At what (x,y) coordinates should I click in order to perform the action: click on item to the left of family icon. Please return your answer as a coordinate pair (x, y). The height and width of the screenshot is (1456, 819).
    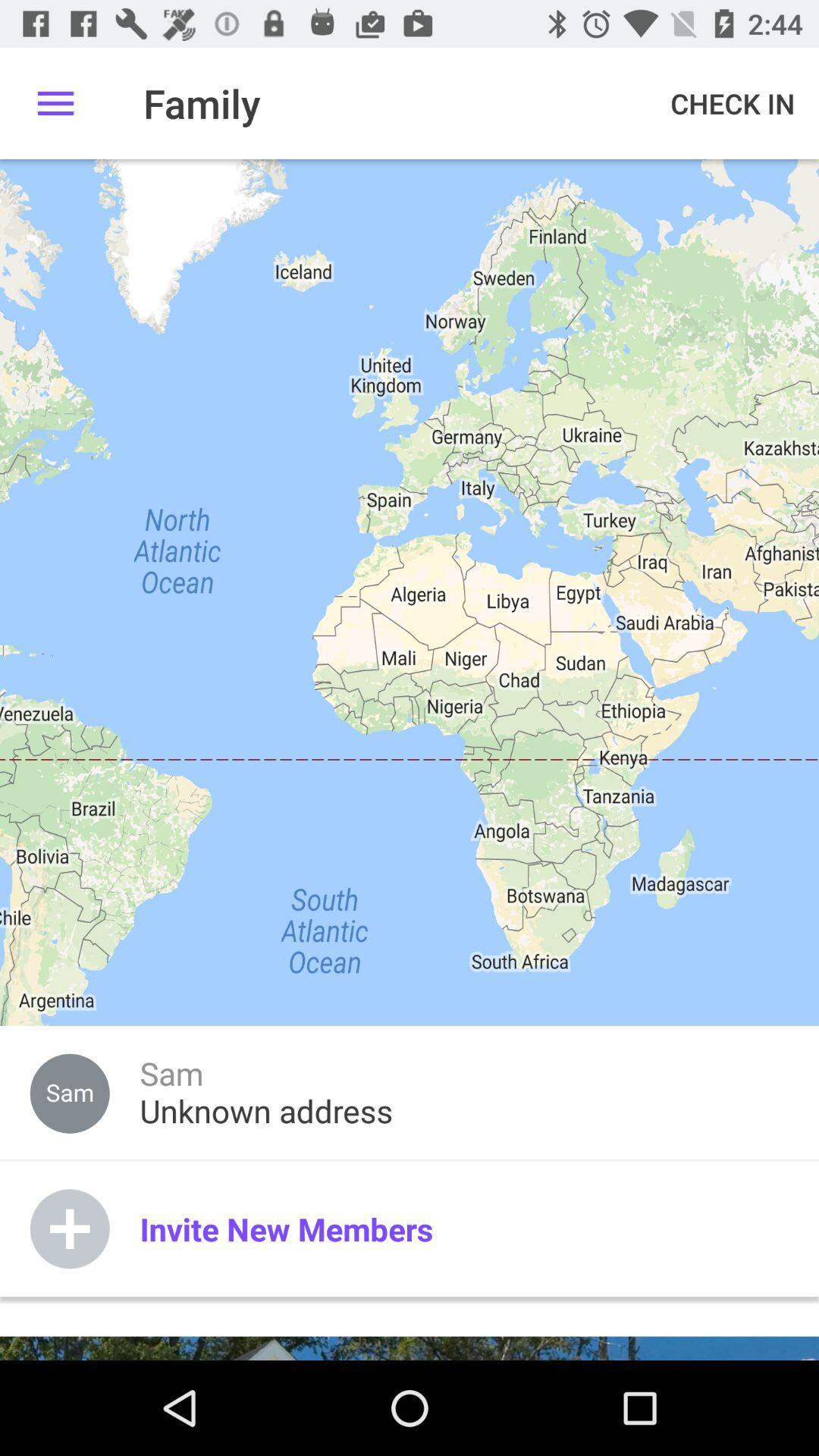
    Looking at the image, I should click on (55, 102).